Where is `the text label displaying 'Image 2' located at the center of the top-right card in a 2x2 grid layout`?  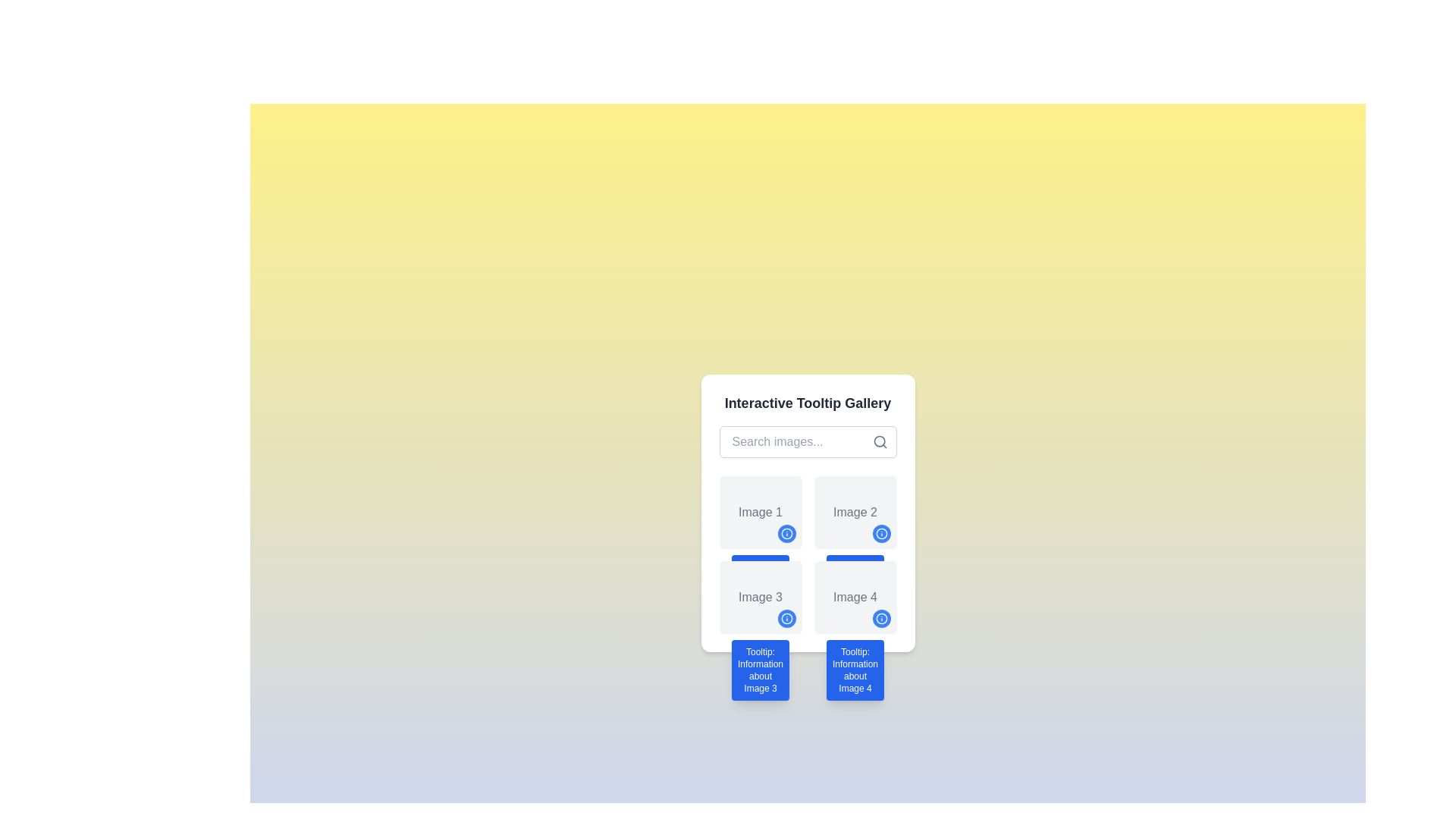 the text label displaying 'Image 2' located at the center of the top-right card in a 2x2 grid layout is located at coordinates (855, 512).